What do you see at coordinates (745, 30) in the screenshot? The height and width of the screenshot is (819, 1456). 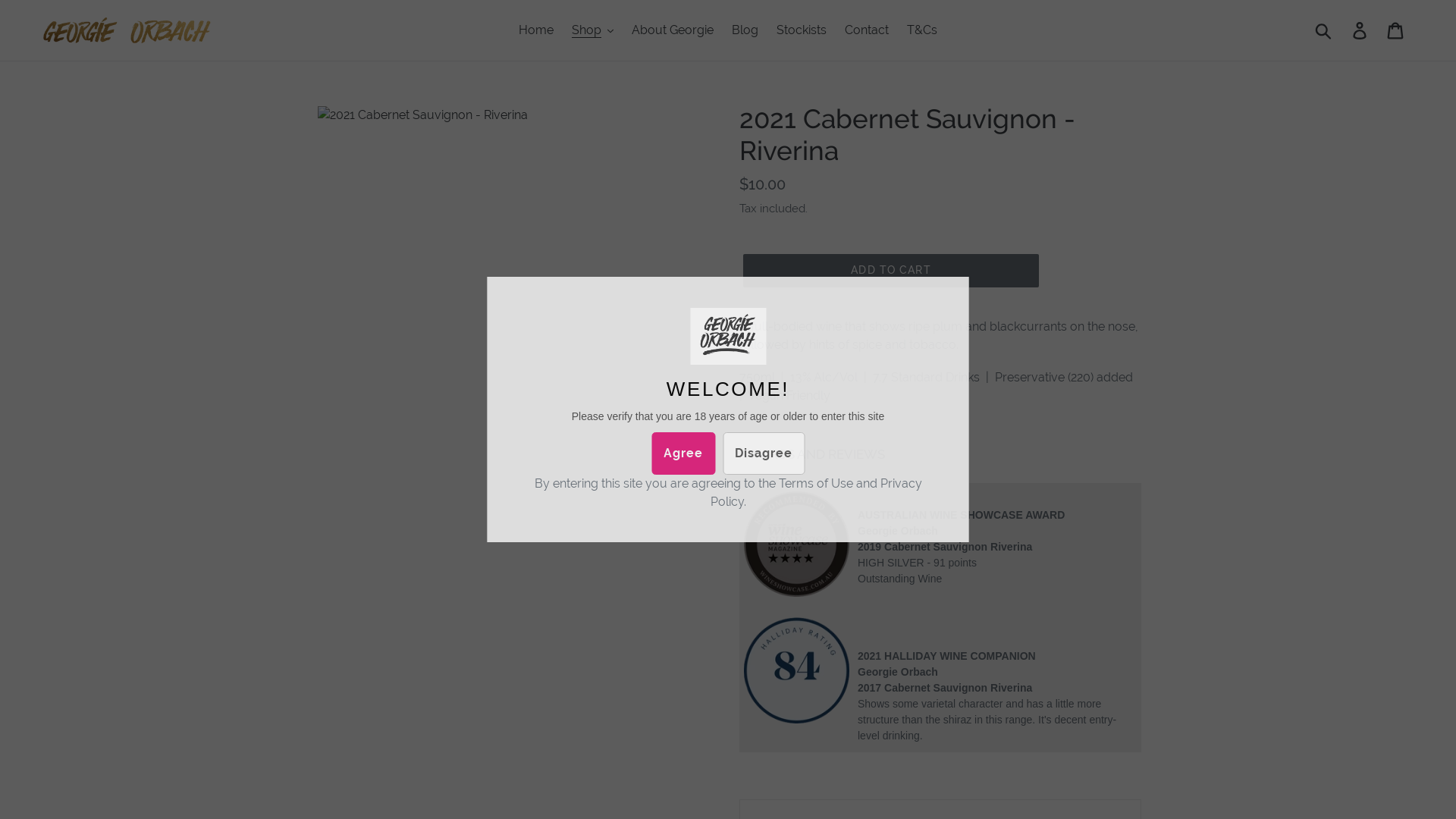 I see `'Blog'` at bounding box center [745, 30].